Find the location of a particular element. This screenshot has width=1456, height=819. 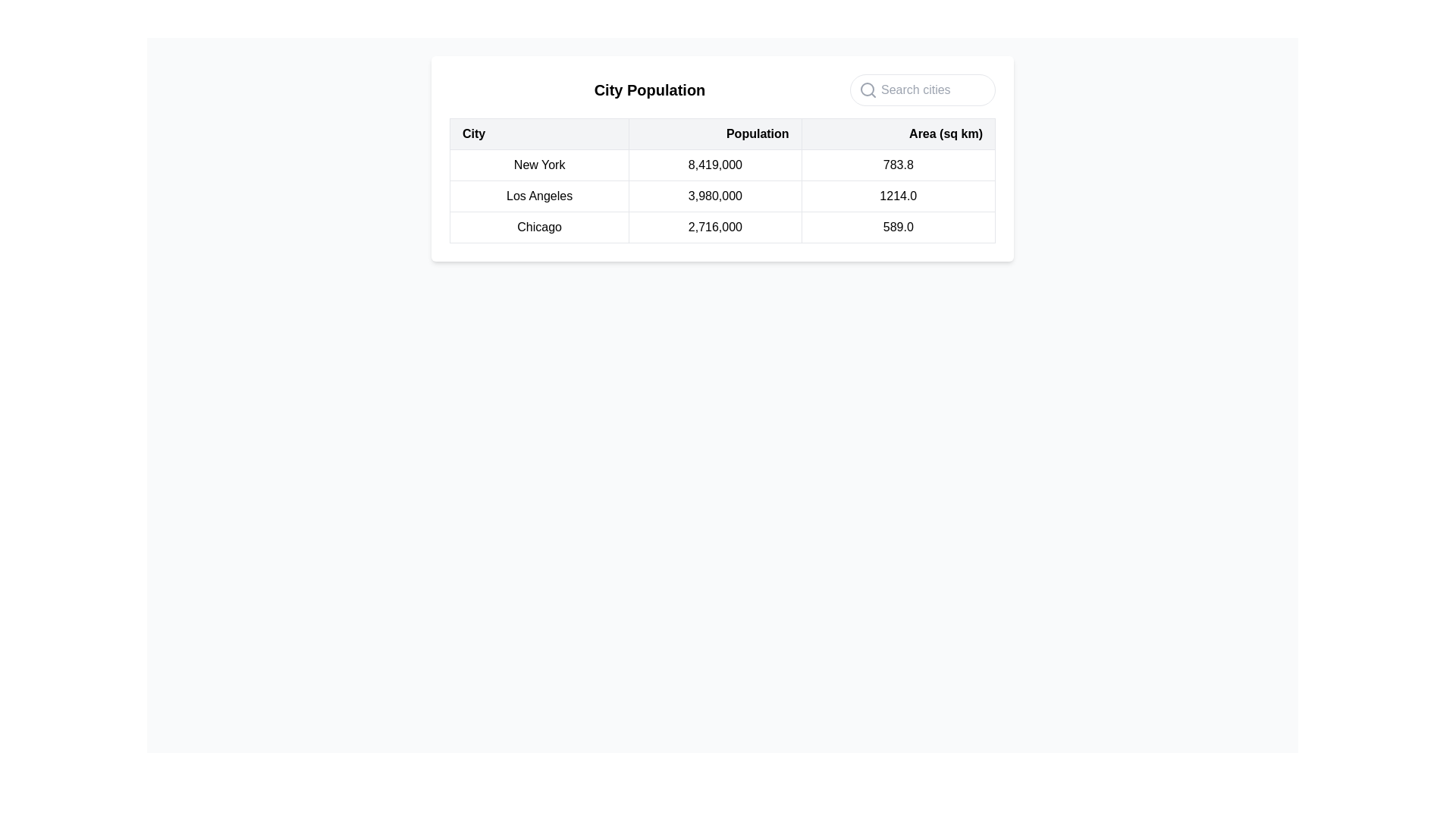

the search icon located on the left side of the search bar, which visually indicates the search functionality for the input field is located at coordinates (868, 90).